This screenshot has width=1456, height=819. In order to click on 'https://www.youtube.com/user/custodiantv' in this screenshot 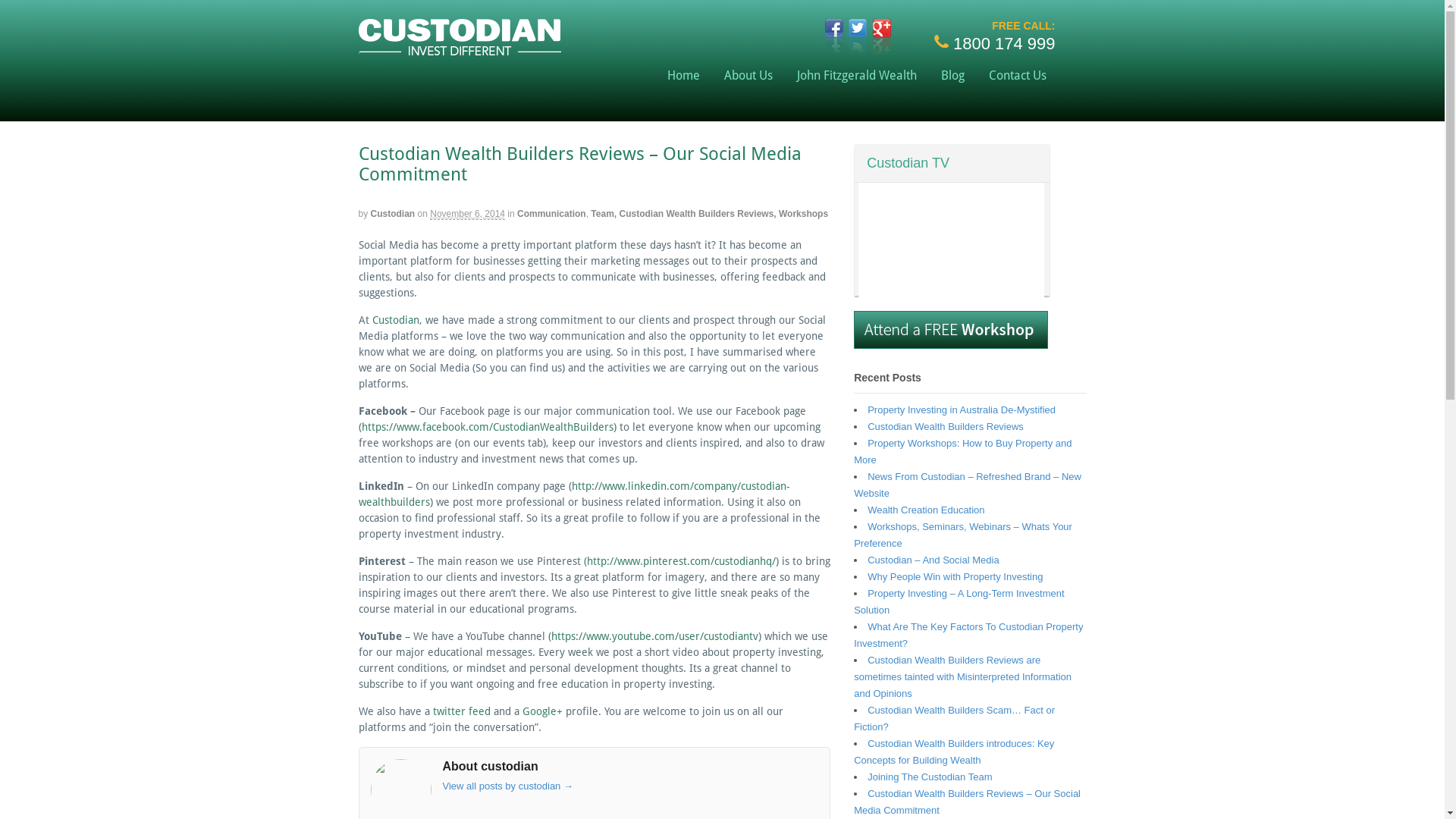, I will do `click(549, 636)`.